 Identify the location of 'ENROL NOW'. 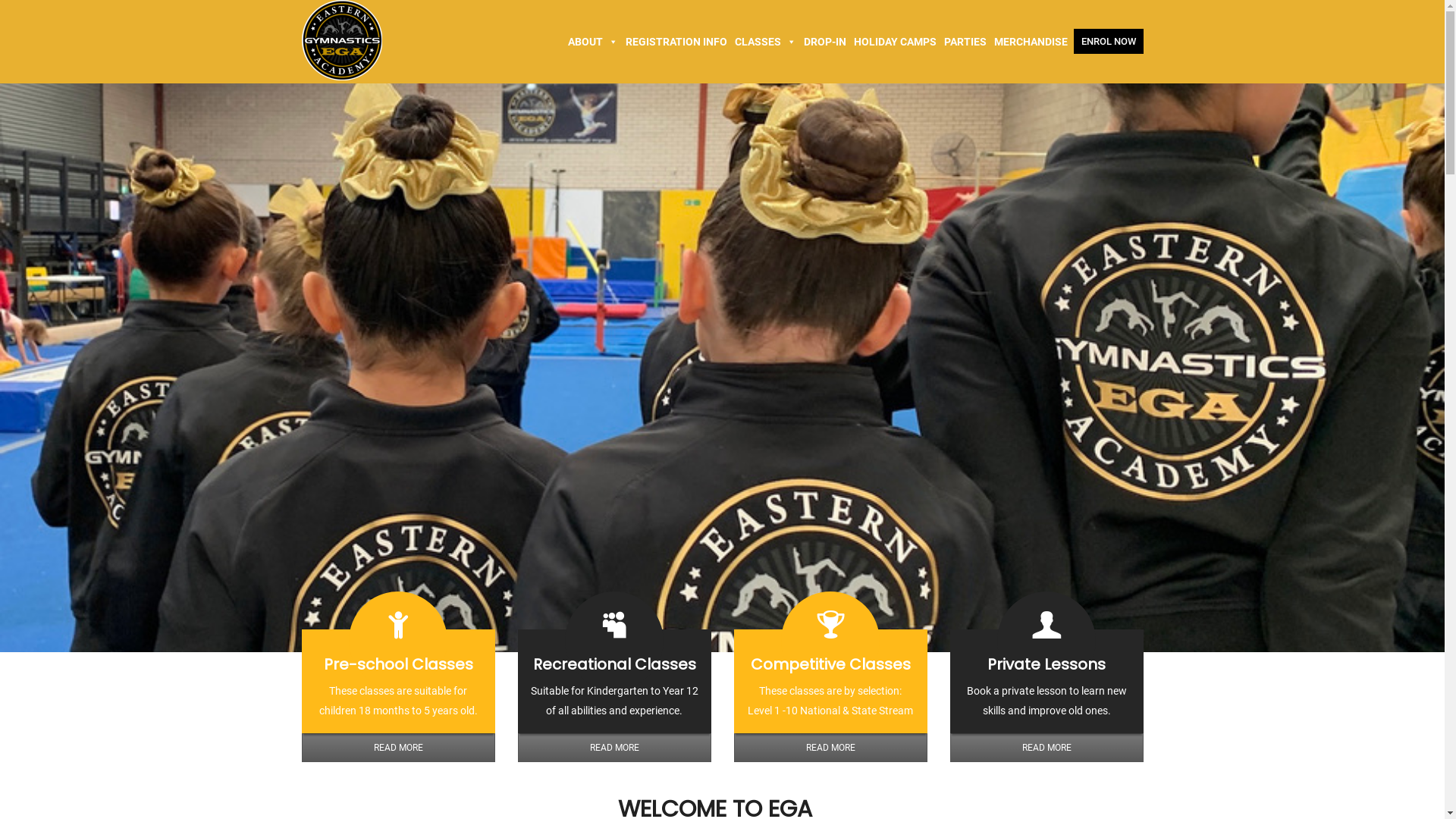
(1109, 40).